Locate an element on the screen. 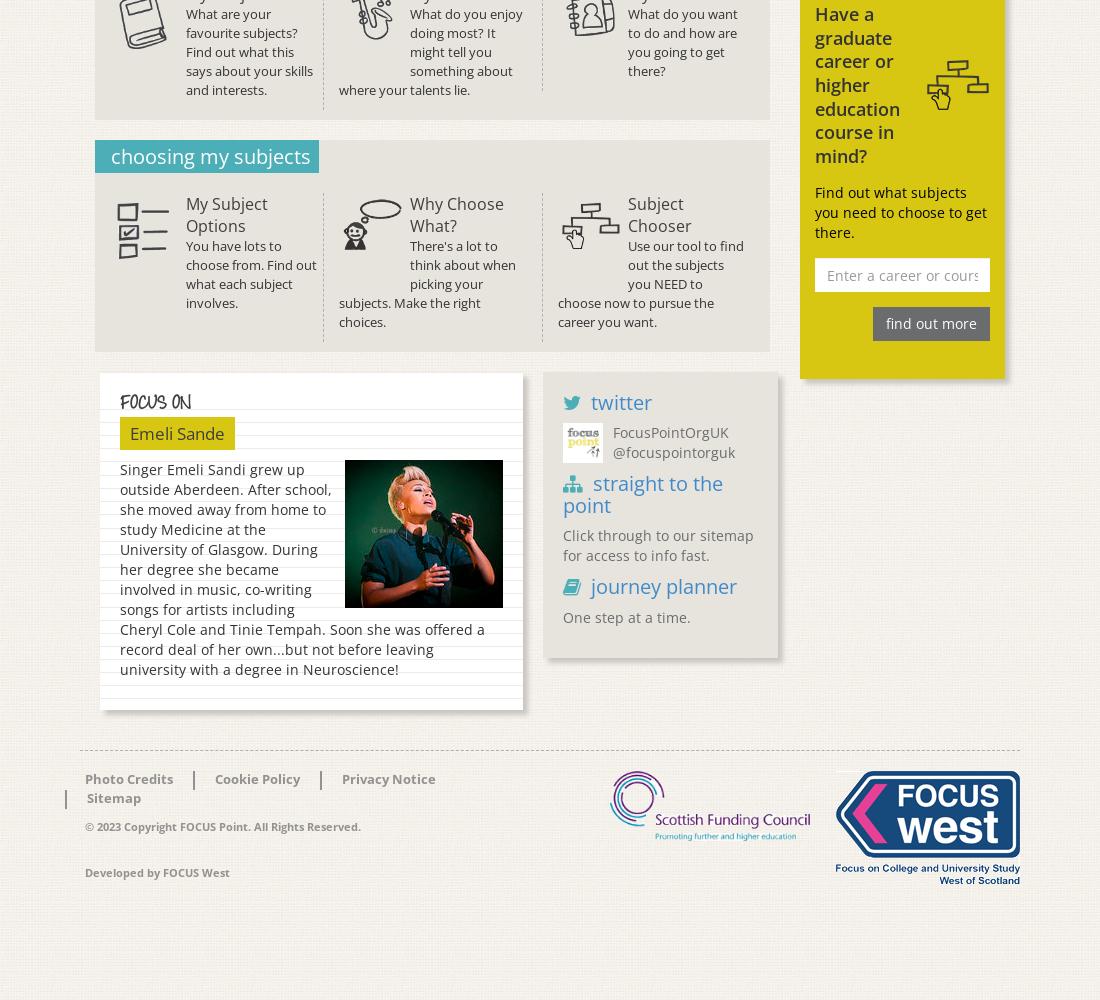 The width and height of the screenshot is (1100, 1000). 'What do you want to do and how are you going to get there?' is located at coordinates (627, 41).